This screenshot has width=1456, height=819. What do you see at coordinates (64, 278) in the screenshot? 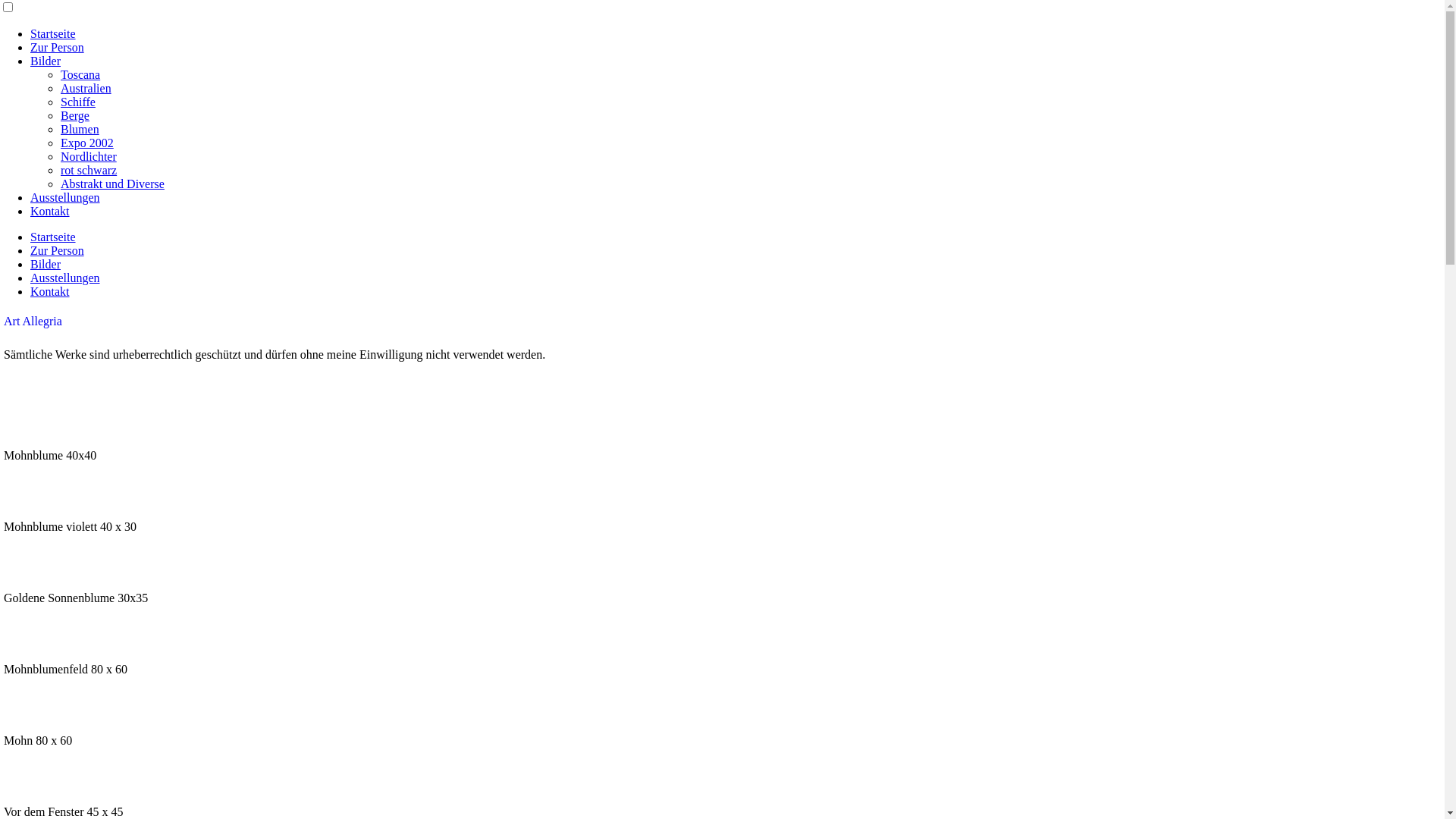
I see `'Ausstellungen'` at bounding box center [64, 278].